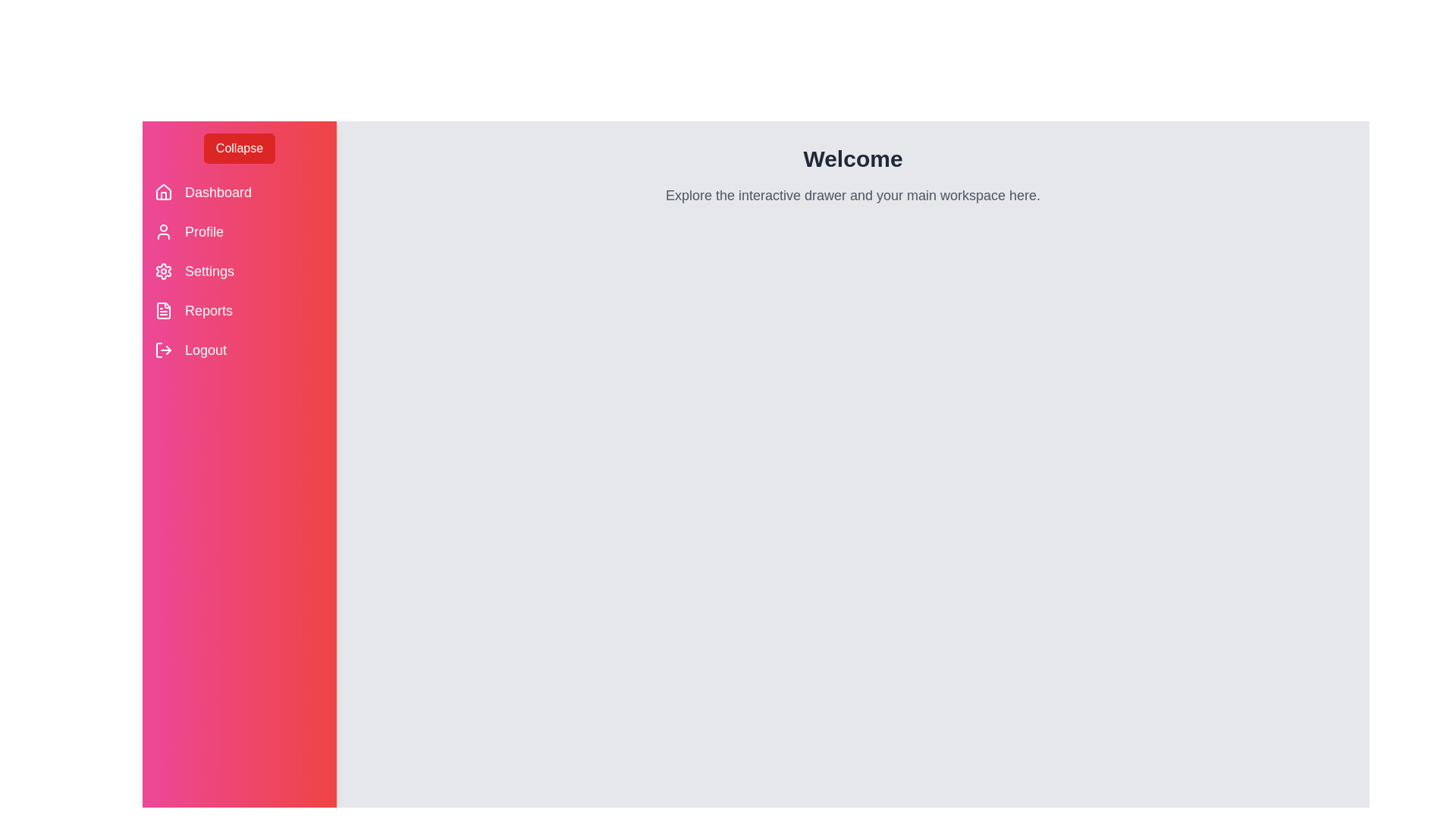  Describe the element at coordinates (208, 271) in the screenshot. I see `the 'Settings' menu item in the navigation drawer` at that location.